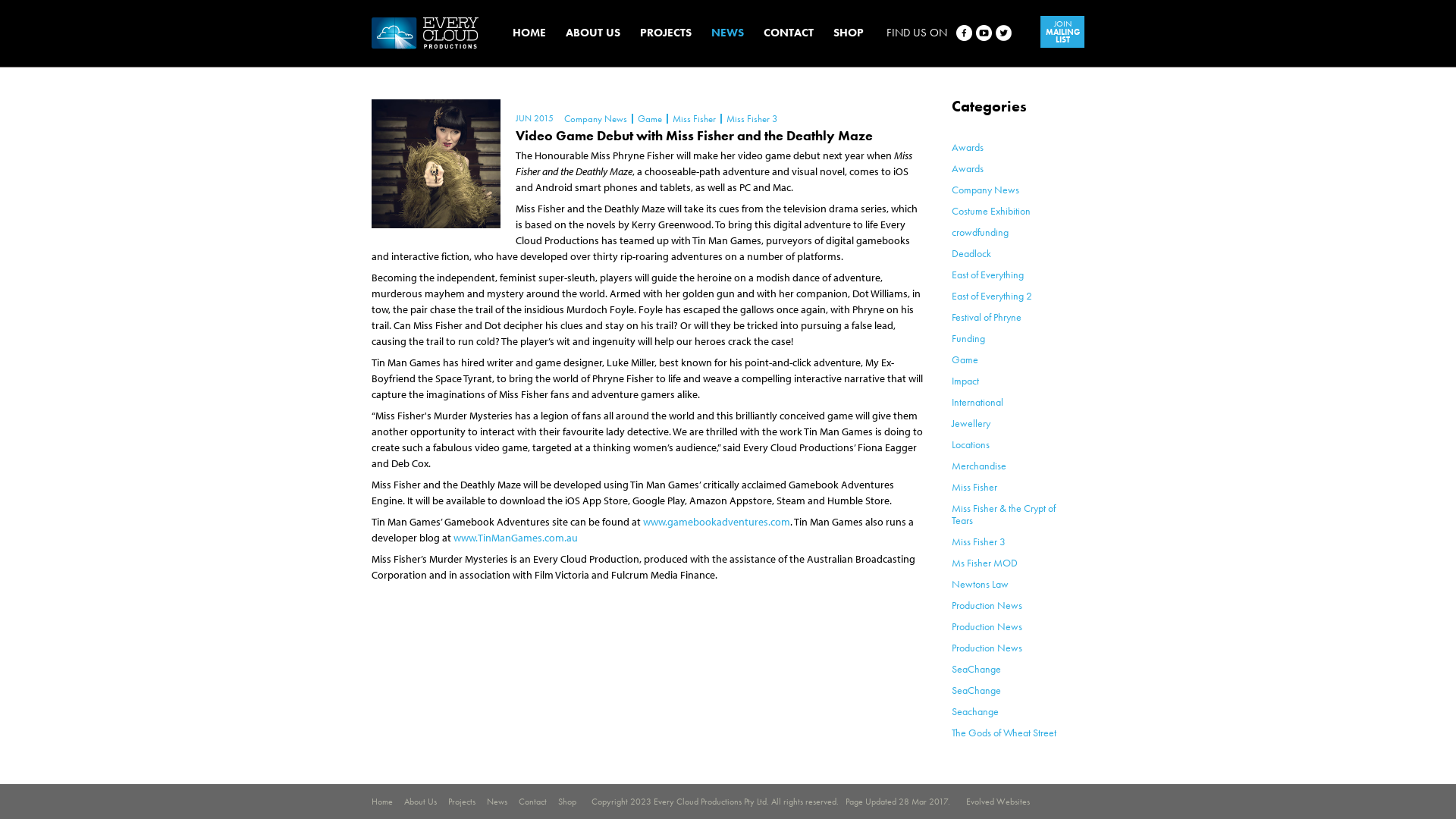 The height and width of the screenshot is (819, 1456). I want to click on 'Awards', so click(967, 168).